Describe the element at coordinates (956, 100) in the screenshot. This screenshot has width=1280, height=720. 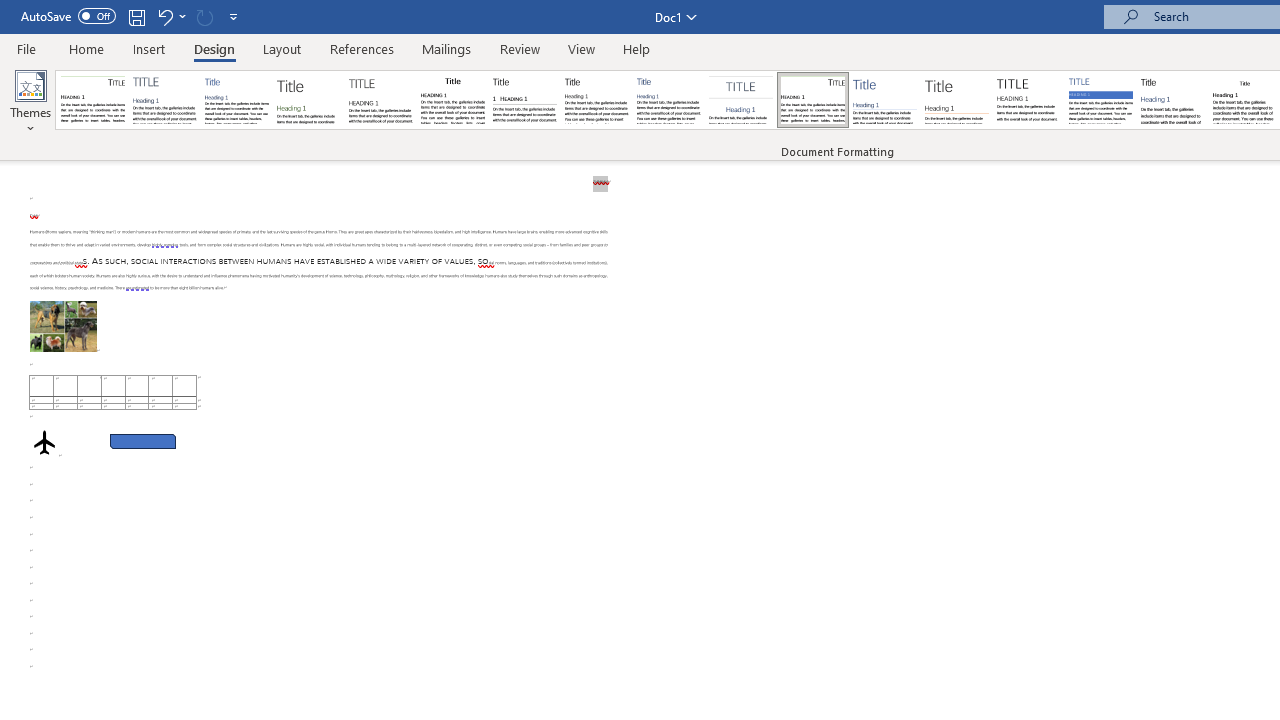
I see `'Lines (Stylish)'` at that location.